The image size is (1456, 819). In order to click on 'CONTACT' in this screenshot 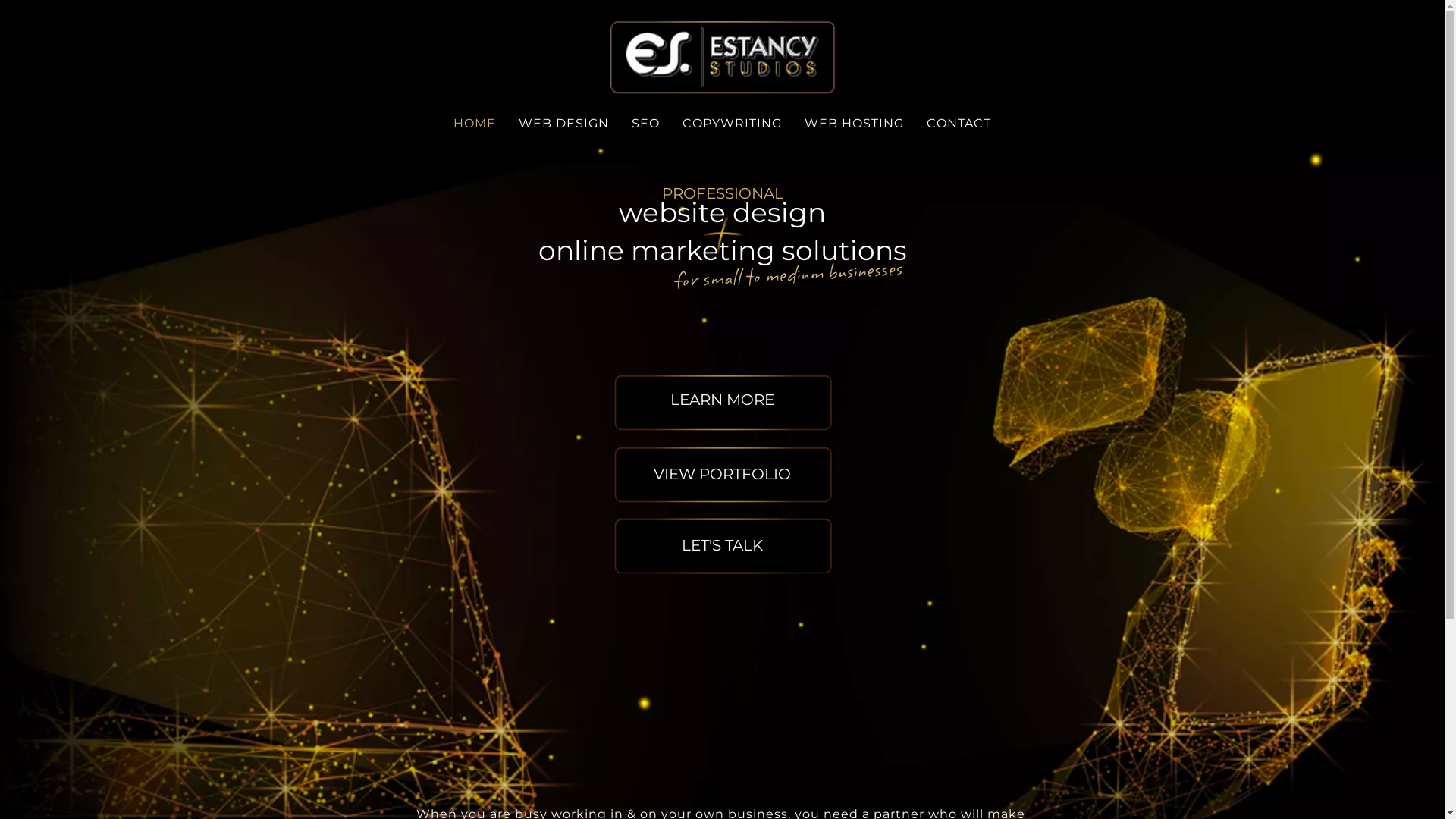, I will do `click(958, 122)`.